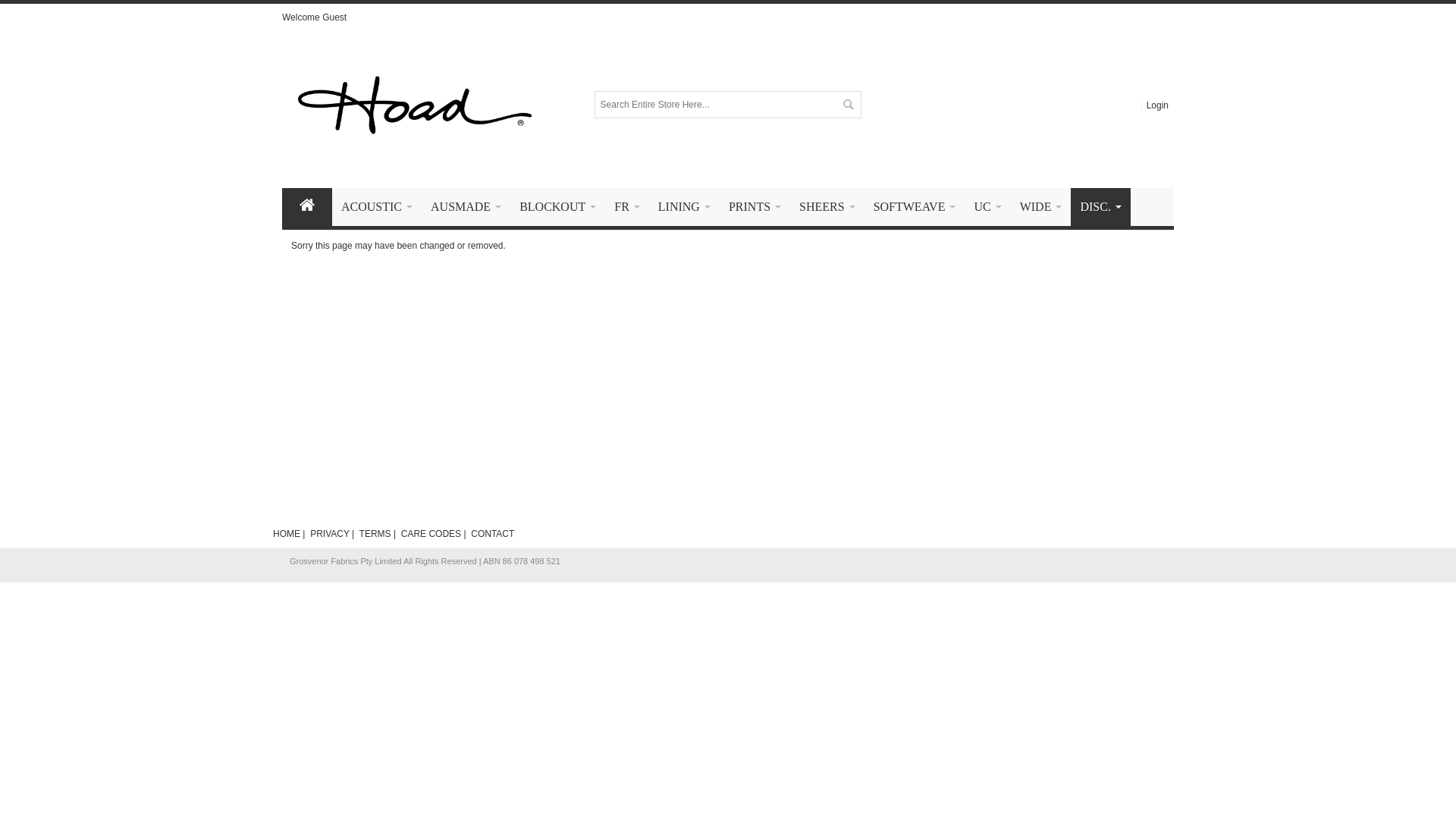  Describe the element at coordinates (492, 533) in the screenshot. I see `'CONTACT'` at that location.